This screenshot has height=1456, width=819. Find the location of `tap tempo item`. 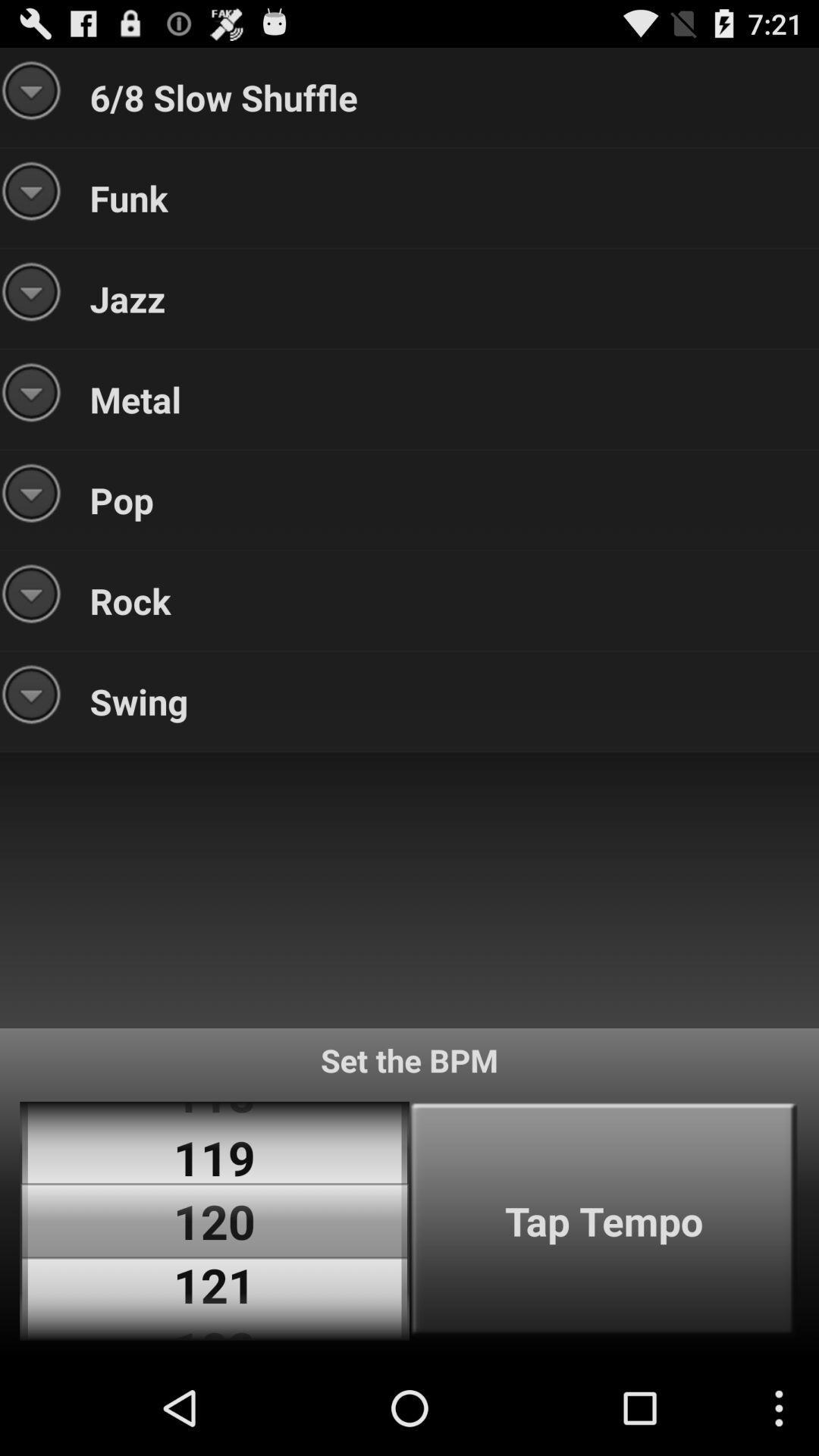

tap tempo item is located at coordinates (603, 1221).